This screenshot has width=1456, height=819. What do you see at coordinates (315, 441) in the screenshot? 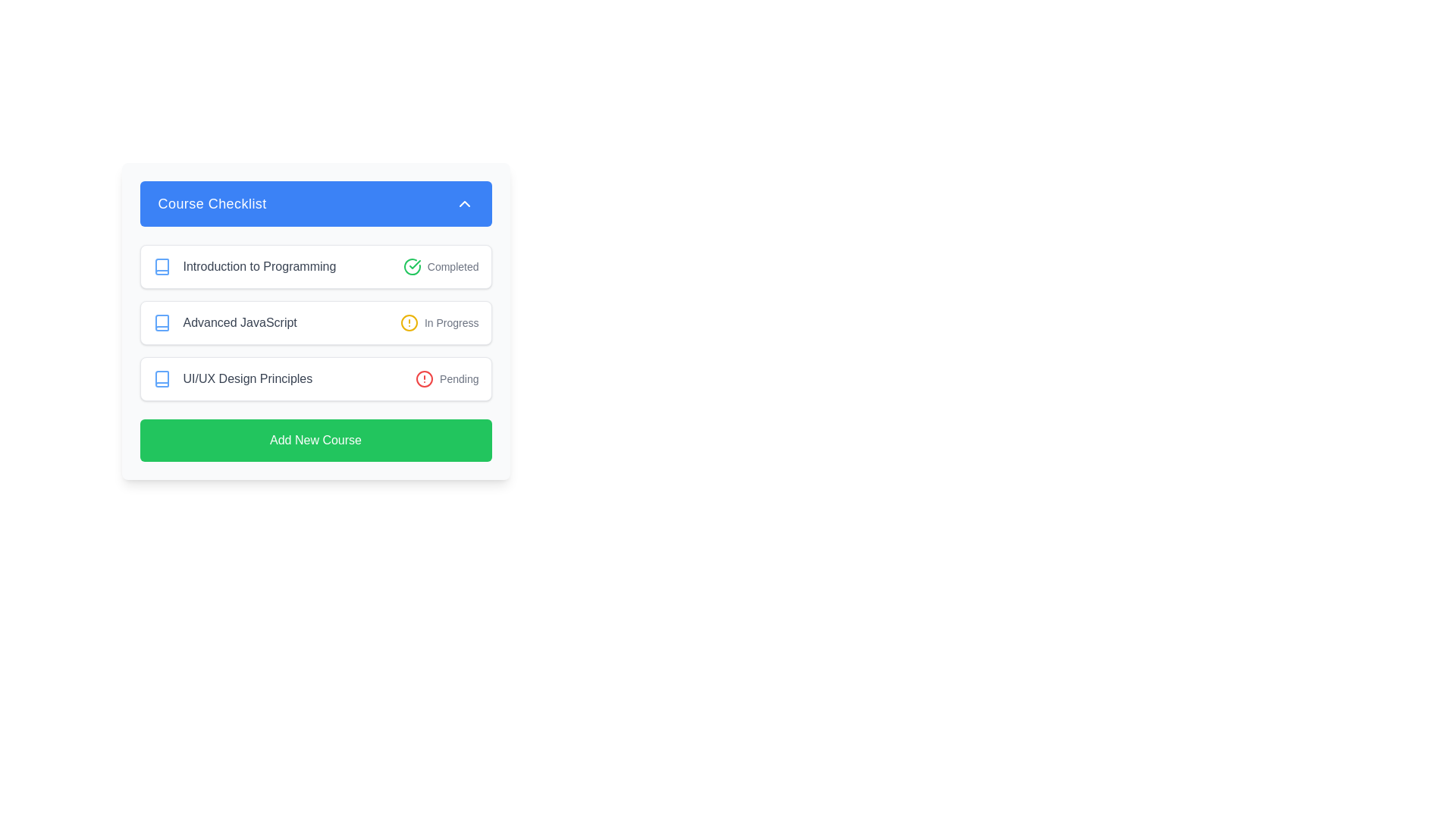
I see `the green button labeled 'Add New Course' located at the bottom of the card layout` at bounding box center [315, 441].